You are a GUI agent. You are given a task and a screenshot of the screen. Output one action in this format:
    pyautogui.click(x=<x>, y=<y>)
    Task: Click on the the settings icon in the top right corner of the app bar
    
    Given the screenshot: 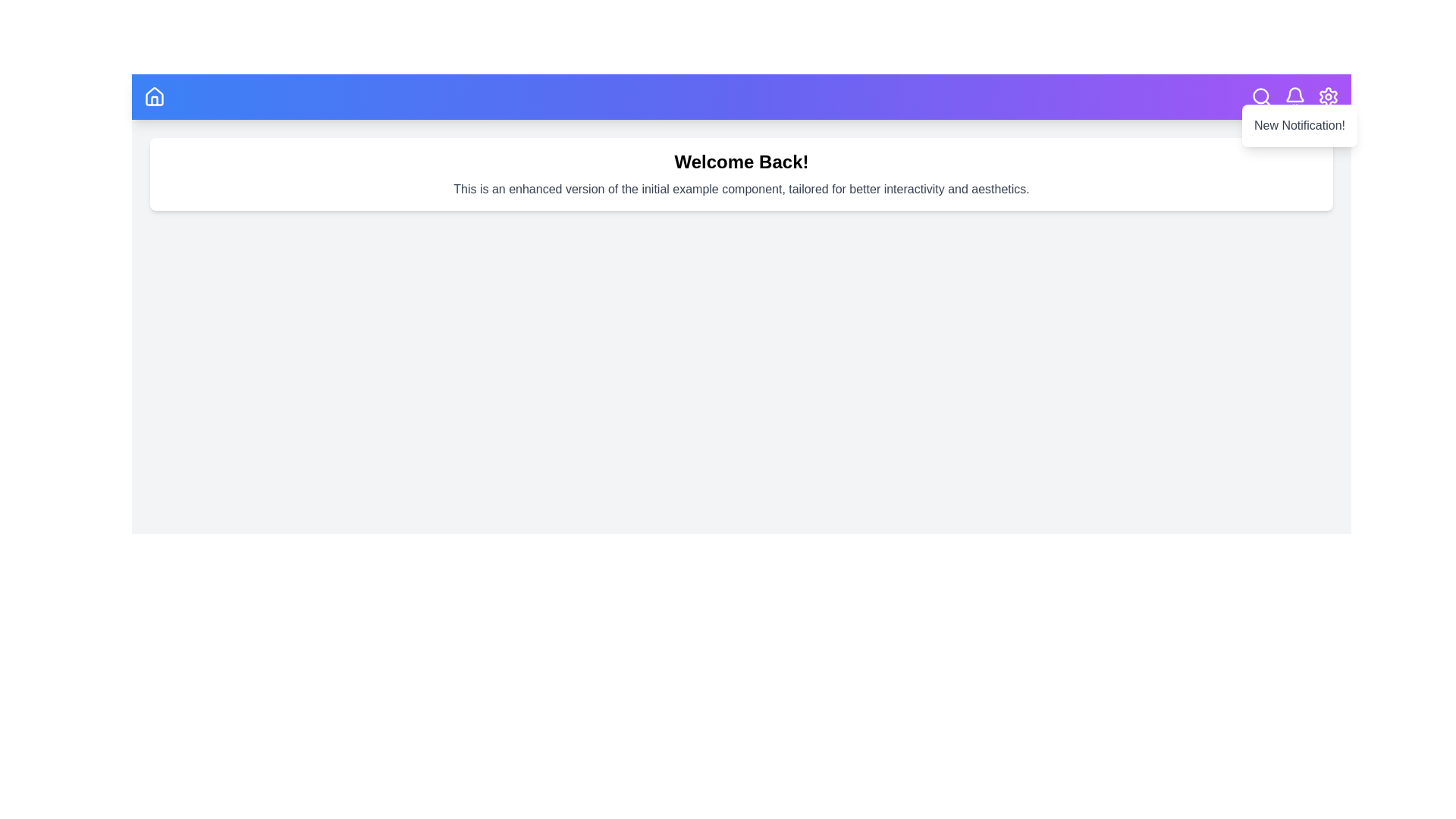 What is the action you would take?
    pyautogui.click(x=1328, y=96)
    